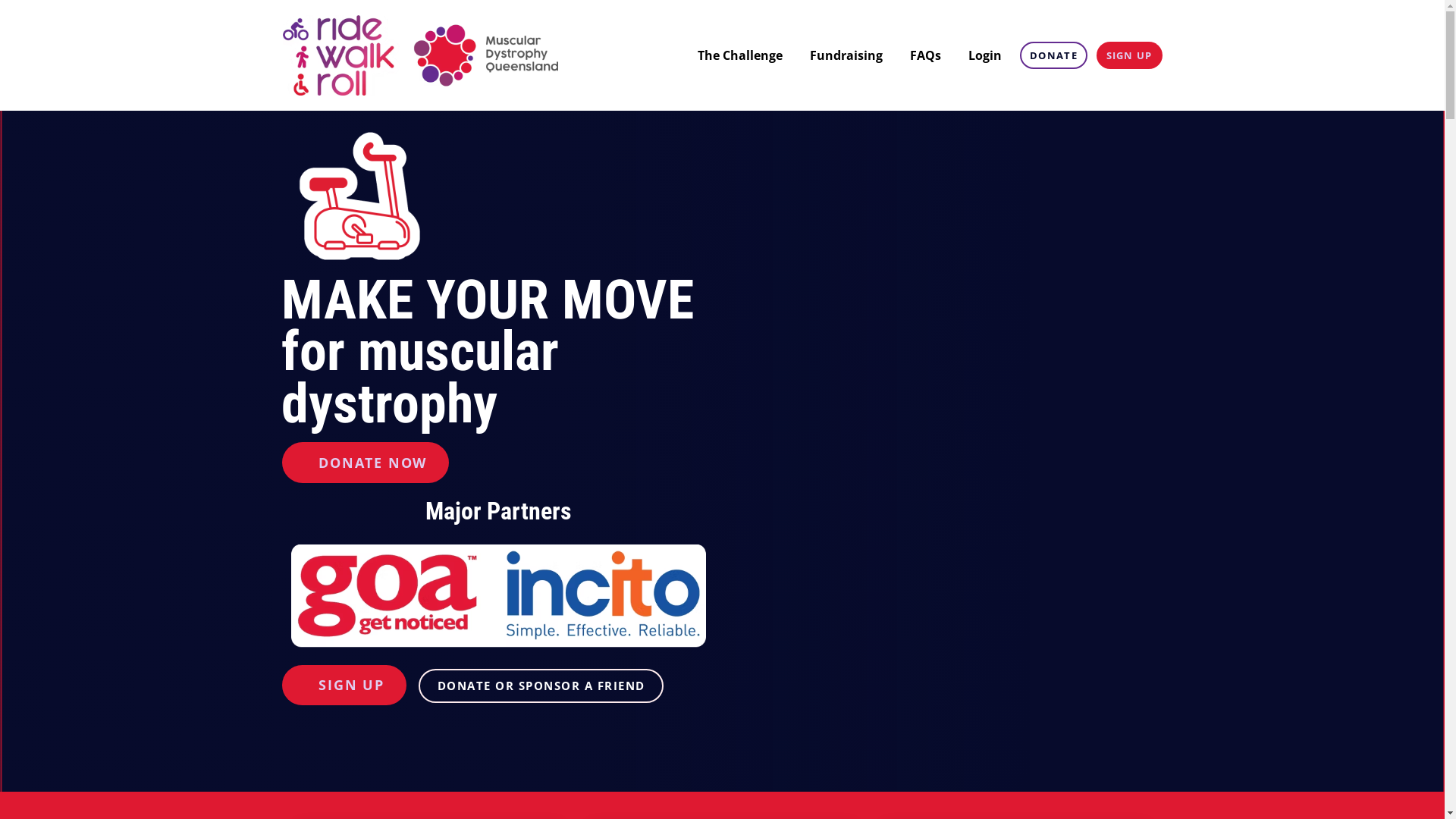 The image size is (1456, 819). Describe the element at coordinates (959, 55) in the screenshot. I see `'Login'` at that location.